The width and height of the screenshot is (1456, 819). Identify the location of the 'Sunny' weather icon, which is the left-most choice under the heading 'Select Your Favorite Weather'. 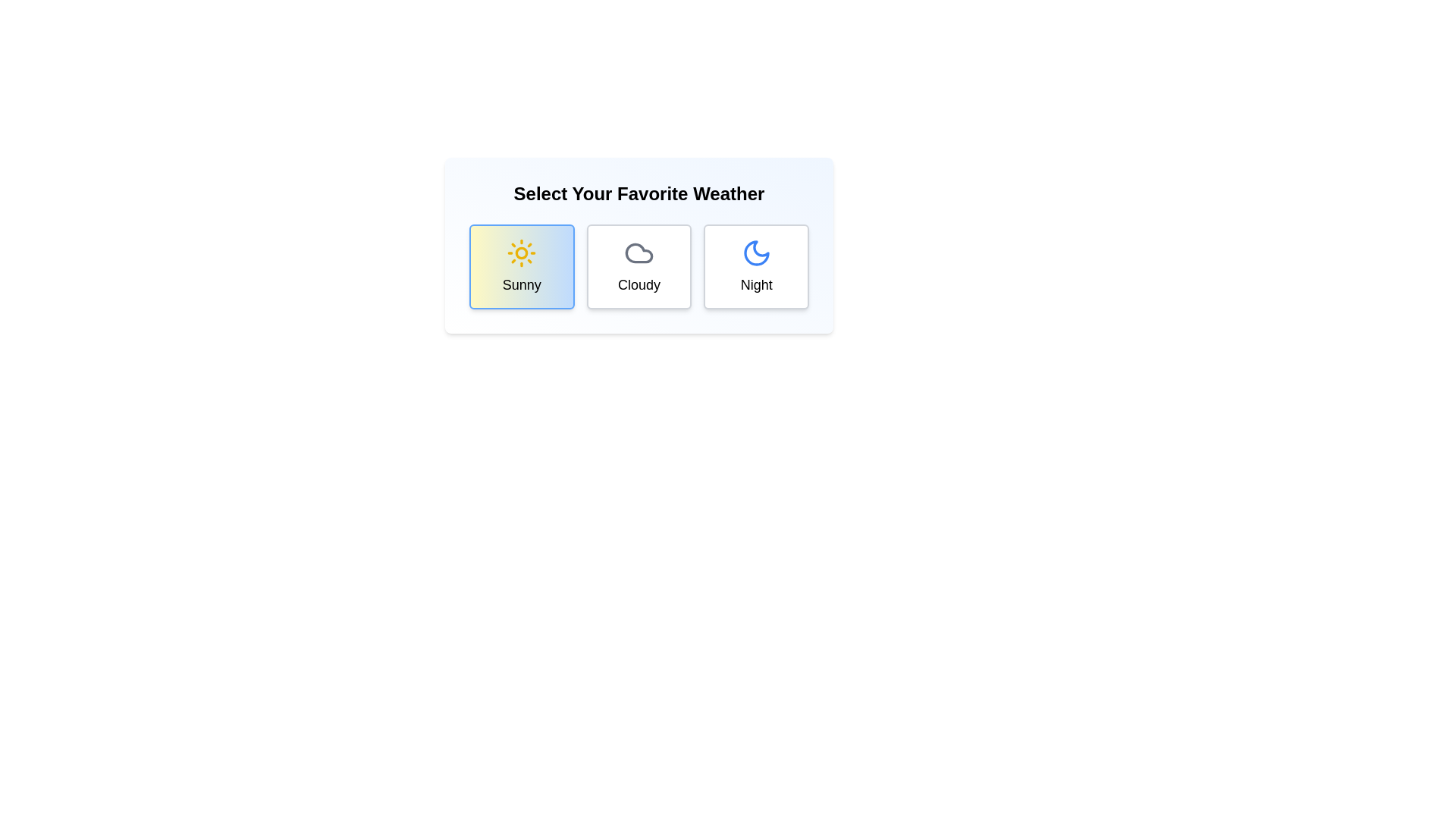
(522, 253).